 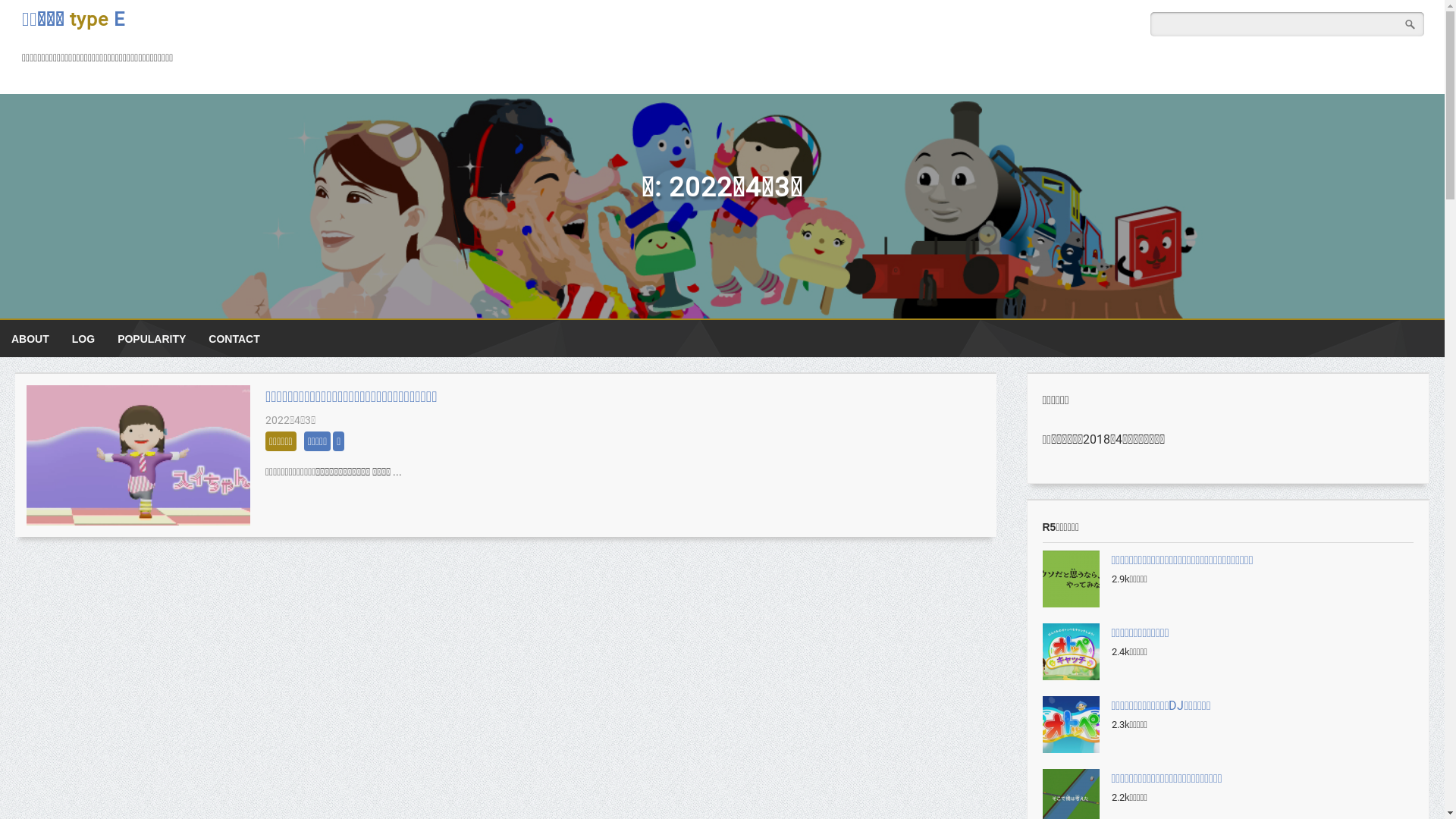 What do you see at coordinates (196, 338) in the screenshot?
I see `'CONTACT'` at bounding box center [196, 338].